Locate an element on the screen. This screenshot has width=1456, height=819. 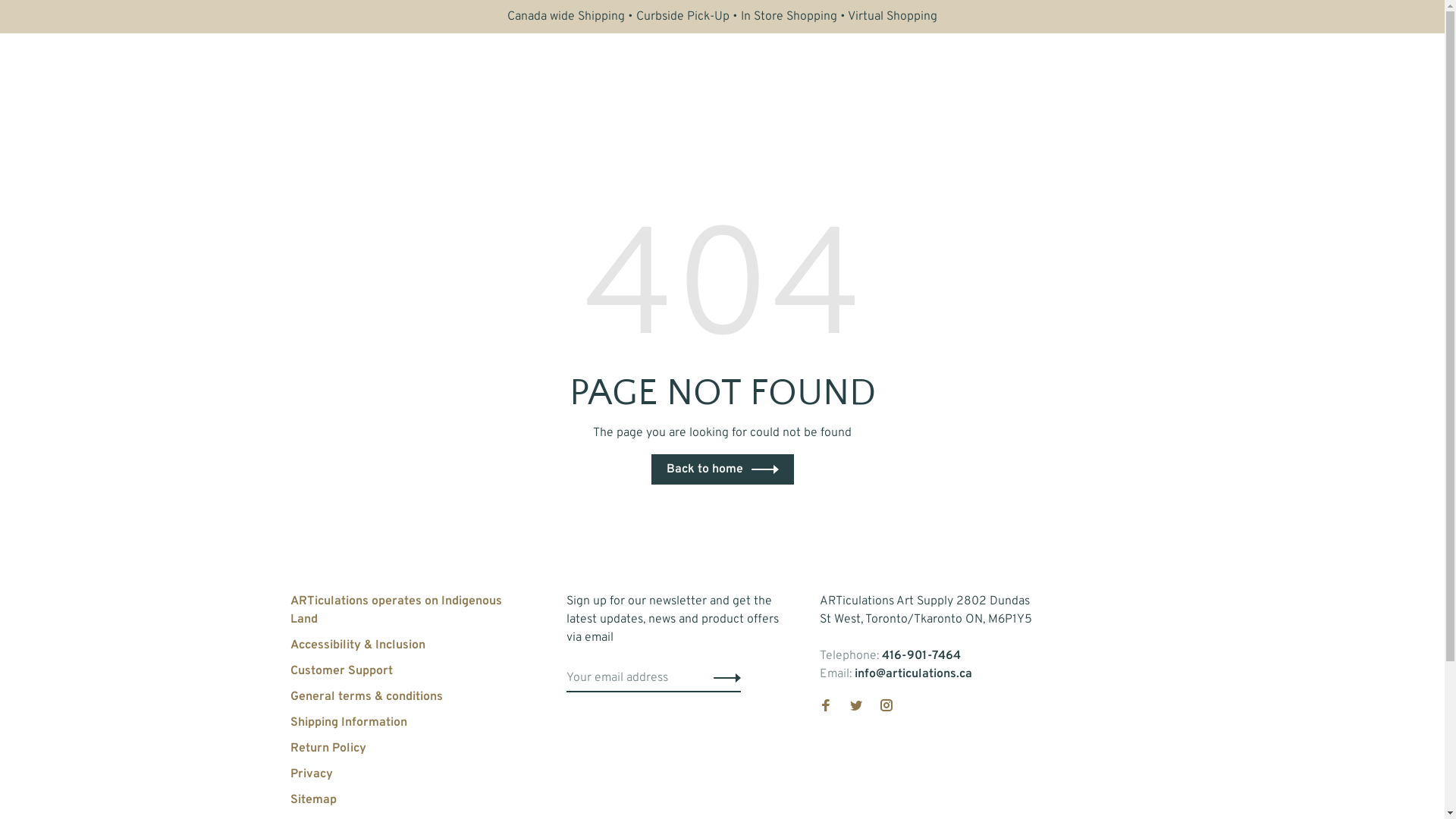
'Subscribe' is located at coordinates (38, 15).